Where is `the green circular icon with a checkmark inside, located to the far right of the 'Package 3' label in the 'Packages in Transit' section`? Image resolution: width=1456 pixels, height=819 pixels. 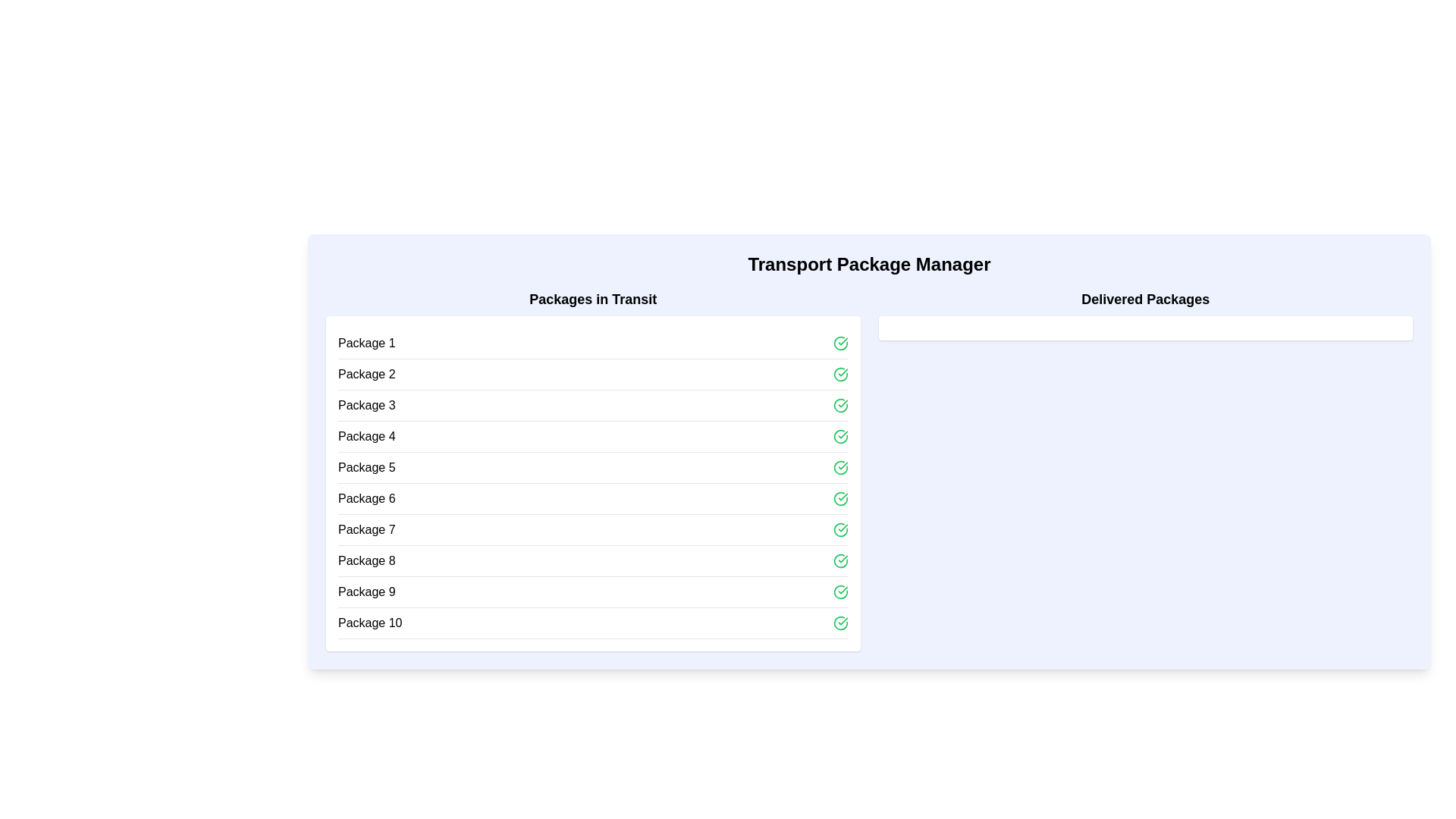
the green circular icon with a checkmark inside, located to the far right of the 'Package 3' label in the 'Packages in Transit' section is located at coordinates (839, 405).